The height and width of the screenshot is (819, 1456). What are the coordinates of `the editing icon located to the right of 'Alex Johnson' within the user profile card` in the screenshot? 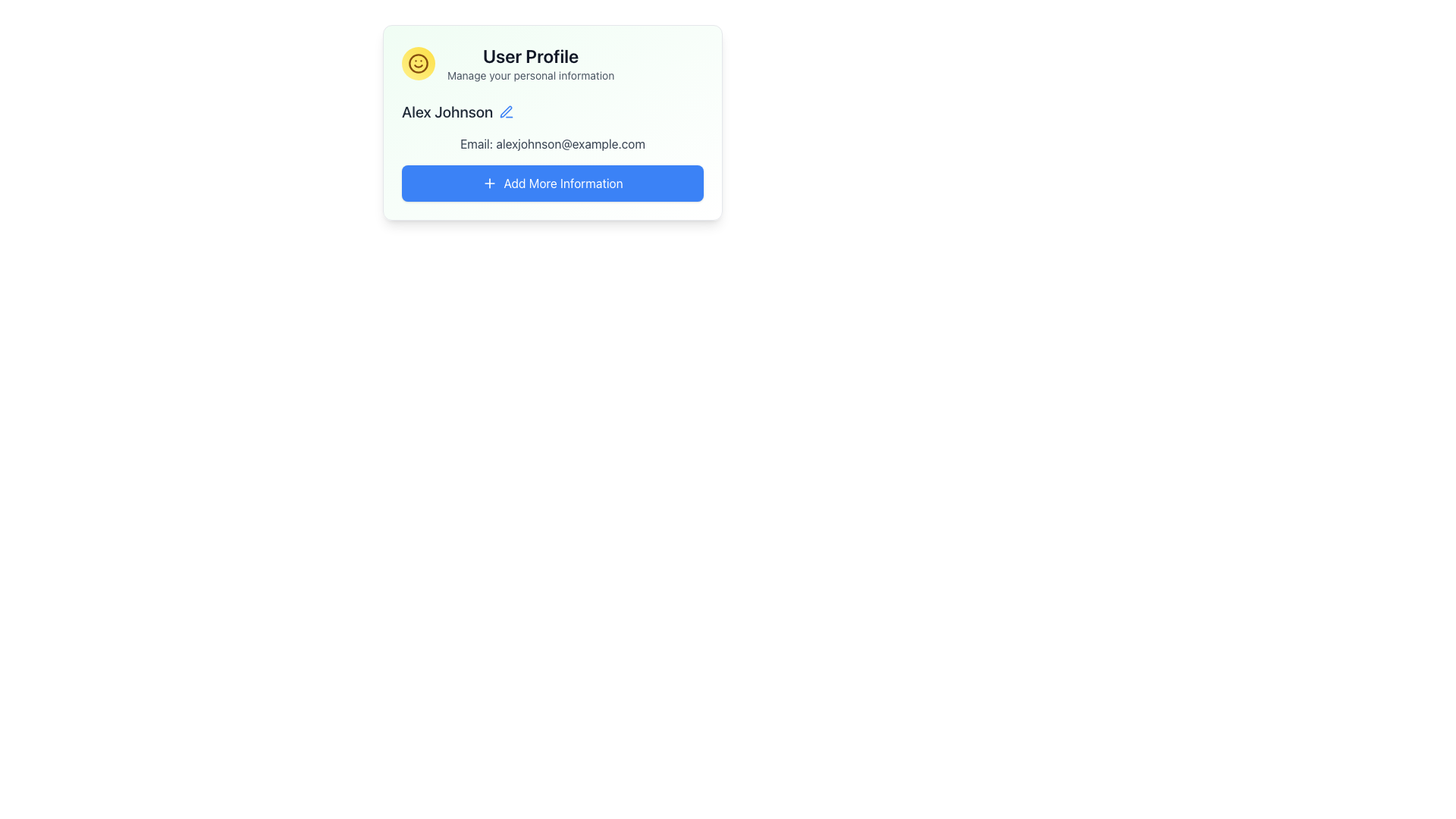 It's located at (506, 111).